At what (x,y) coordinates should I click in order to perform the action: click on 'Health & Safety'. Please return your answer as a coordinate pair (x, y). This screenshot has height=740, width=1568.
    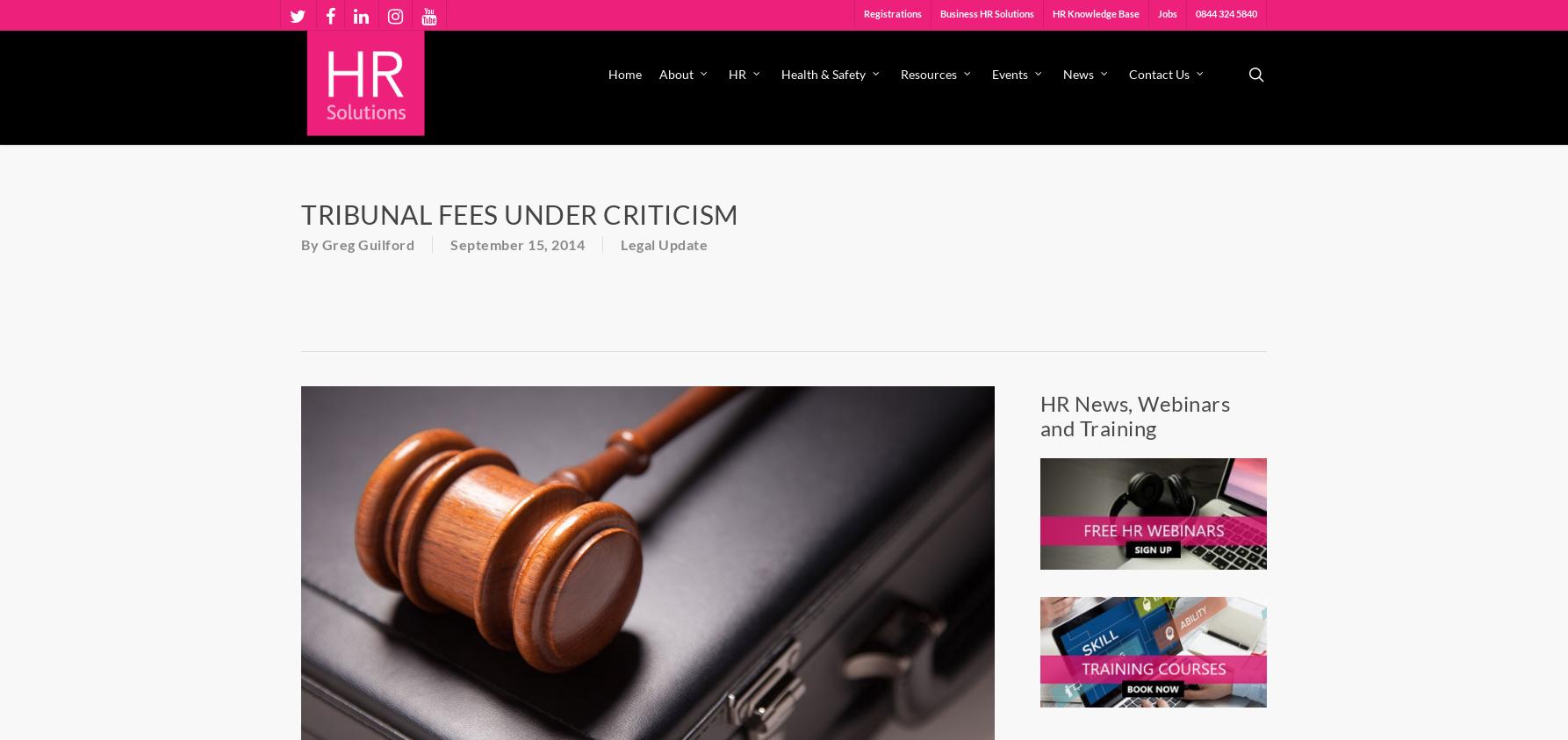
    Looking at the image, I should click on (780, 73).